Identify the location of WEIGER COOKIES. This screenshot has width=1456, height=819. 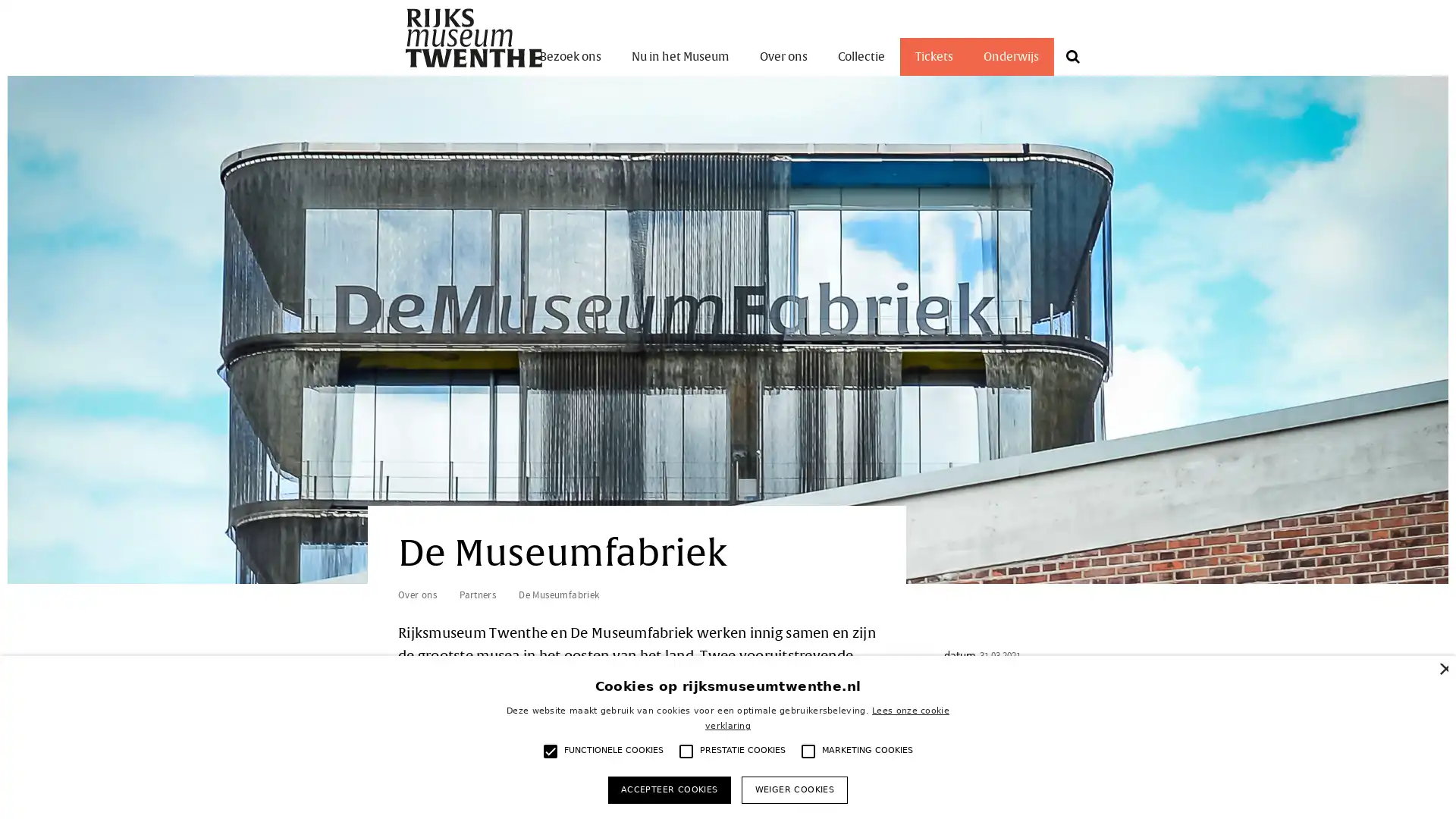
(793, 789).